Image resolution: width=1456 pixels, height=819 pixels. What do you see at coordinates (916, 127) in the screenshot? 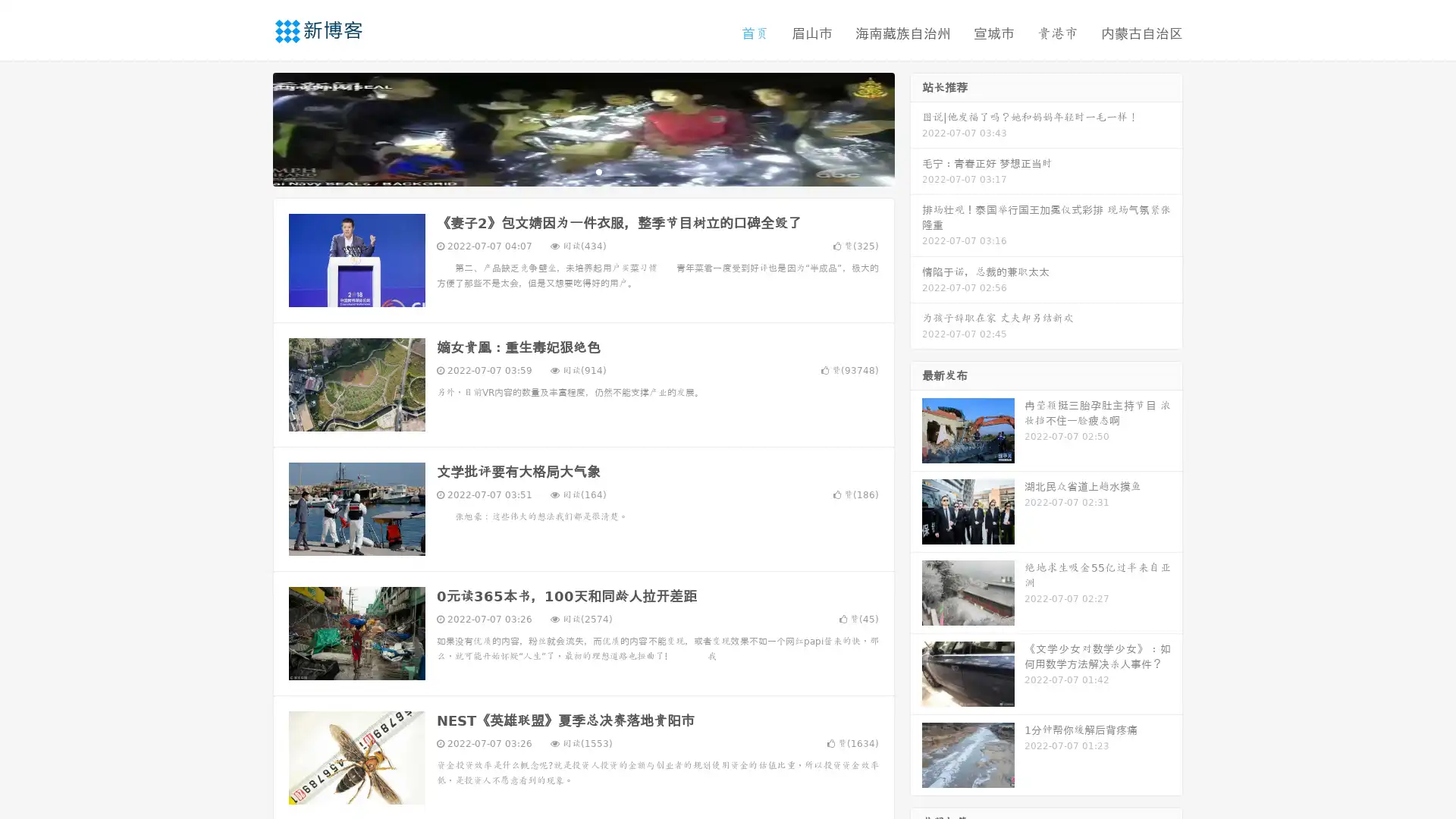
I see `Next slide` at bounding box center [916, 127].